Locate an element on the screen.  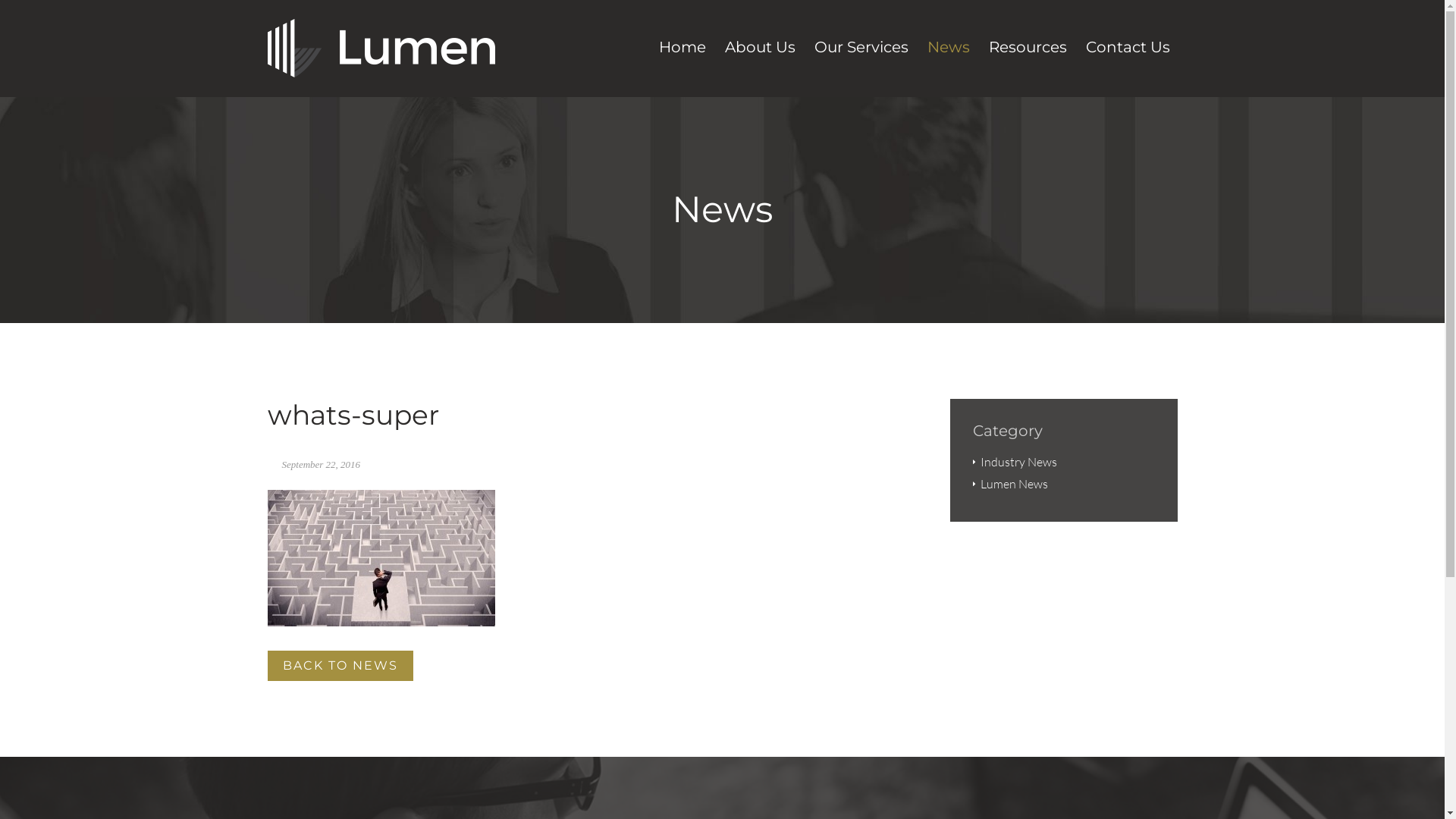
'Contact Us' is located at coordinates (1128, 49).